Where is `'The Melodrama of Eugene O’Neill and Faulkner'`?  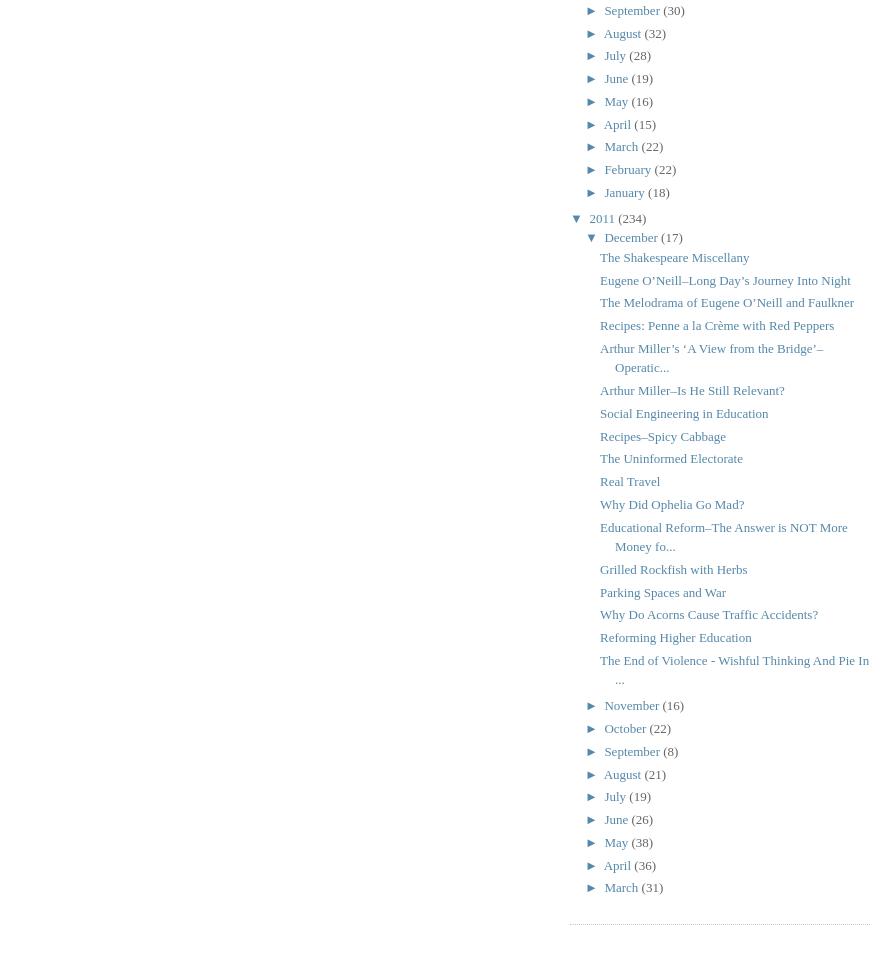 'The Melodrama of Eugene O’Neill and Faulkner' is located at coordinates (726, 302).